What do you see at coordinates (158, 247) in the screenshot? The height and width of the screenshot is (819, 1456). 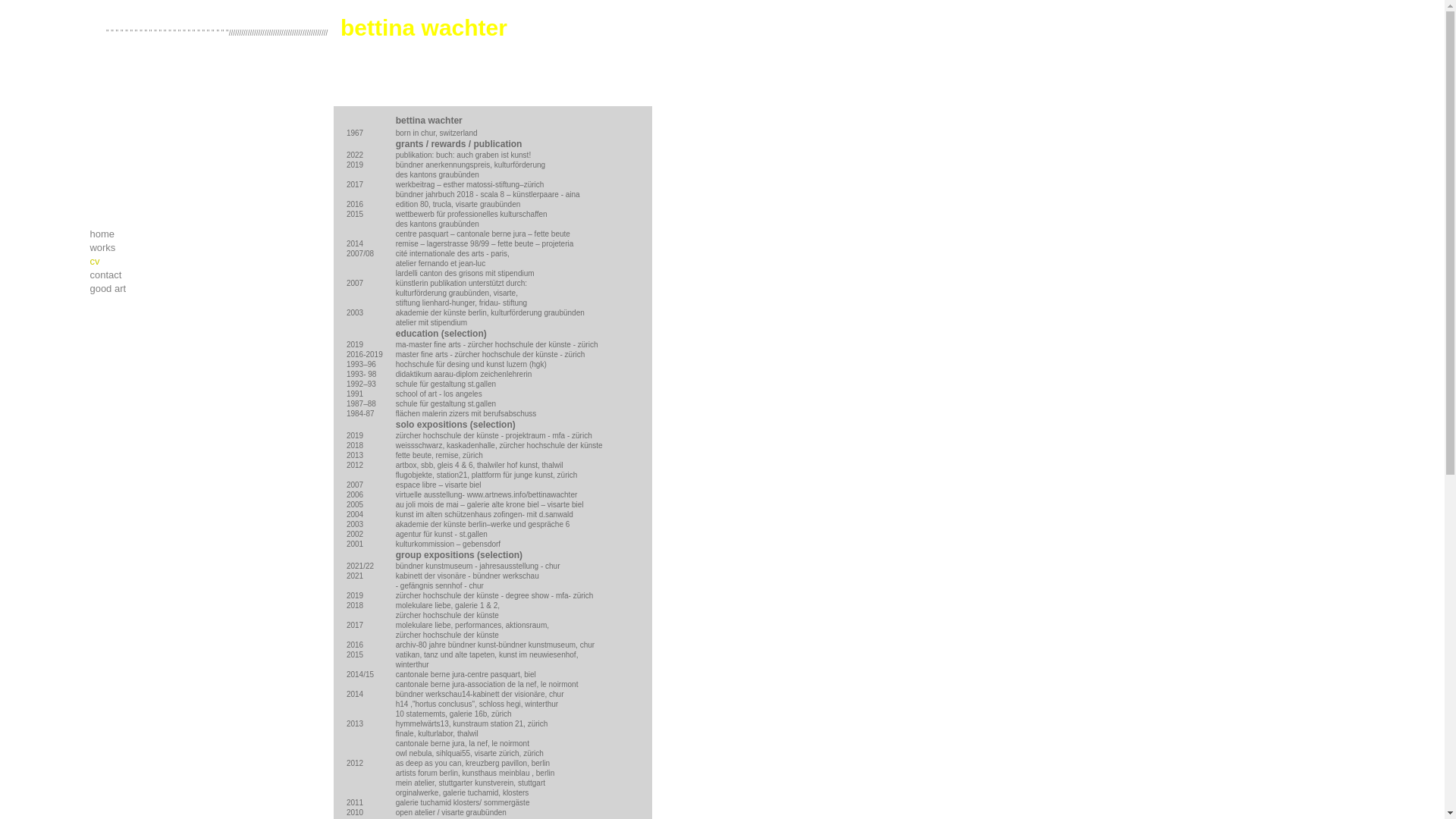 I see `'works'` at bounding box center [158, 247].